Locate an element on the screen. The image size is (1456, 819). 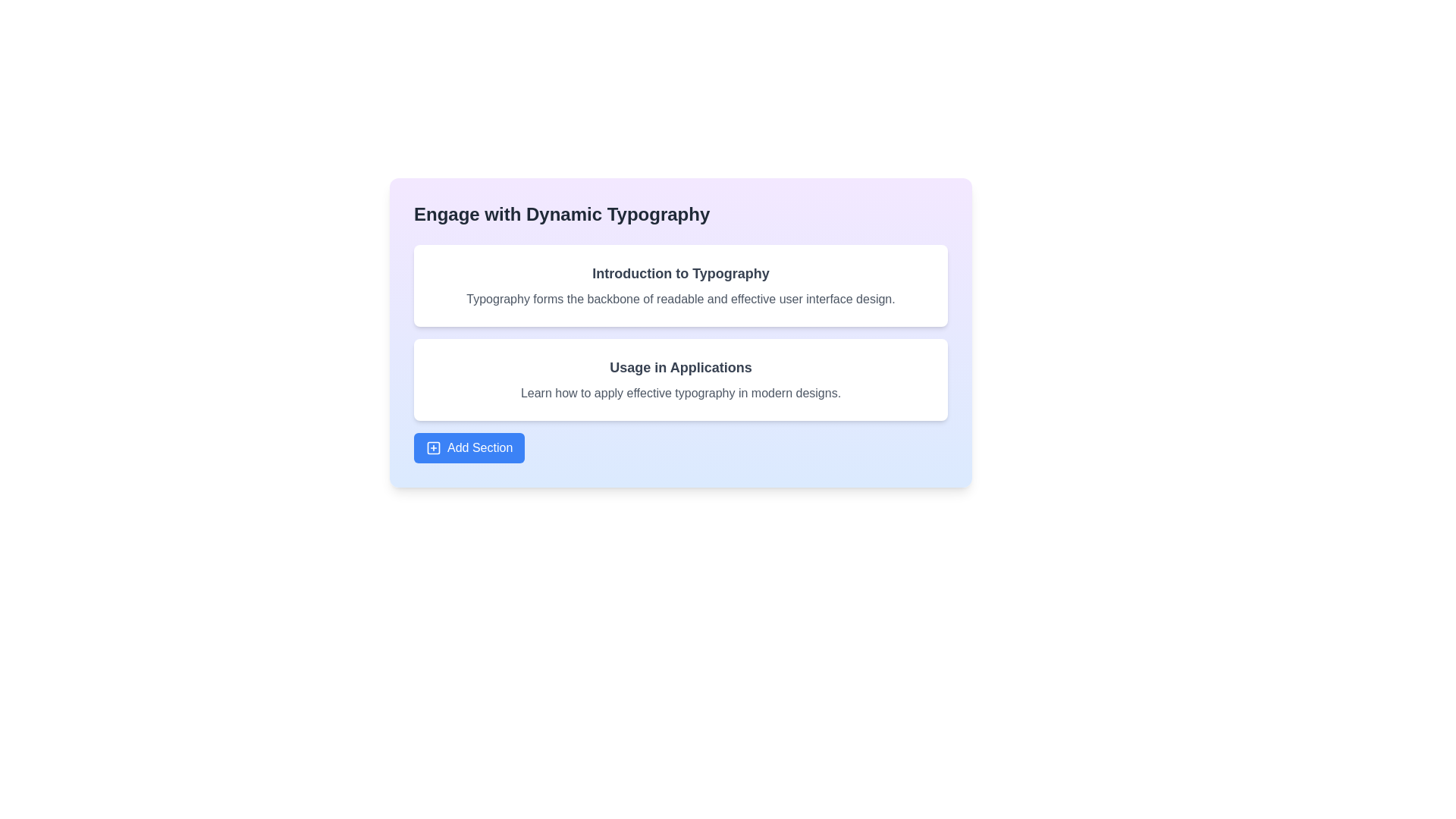
the heading text element located within a white card with rounded corners and a shadow effect, positioned centrally on the interface is located at coordinates (679, 274).